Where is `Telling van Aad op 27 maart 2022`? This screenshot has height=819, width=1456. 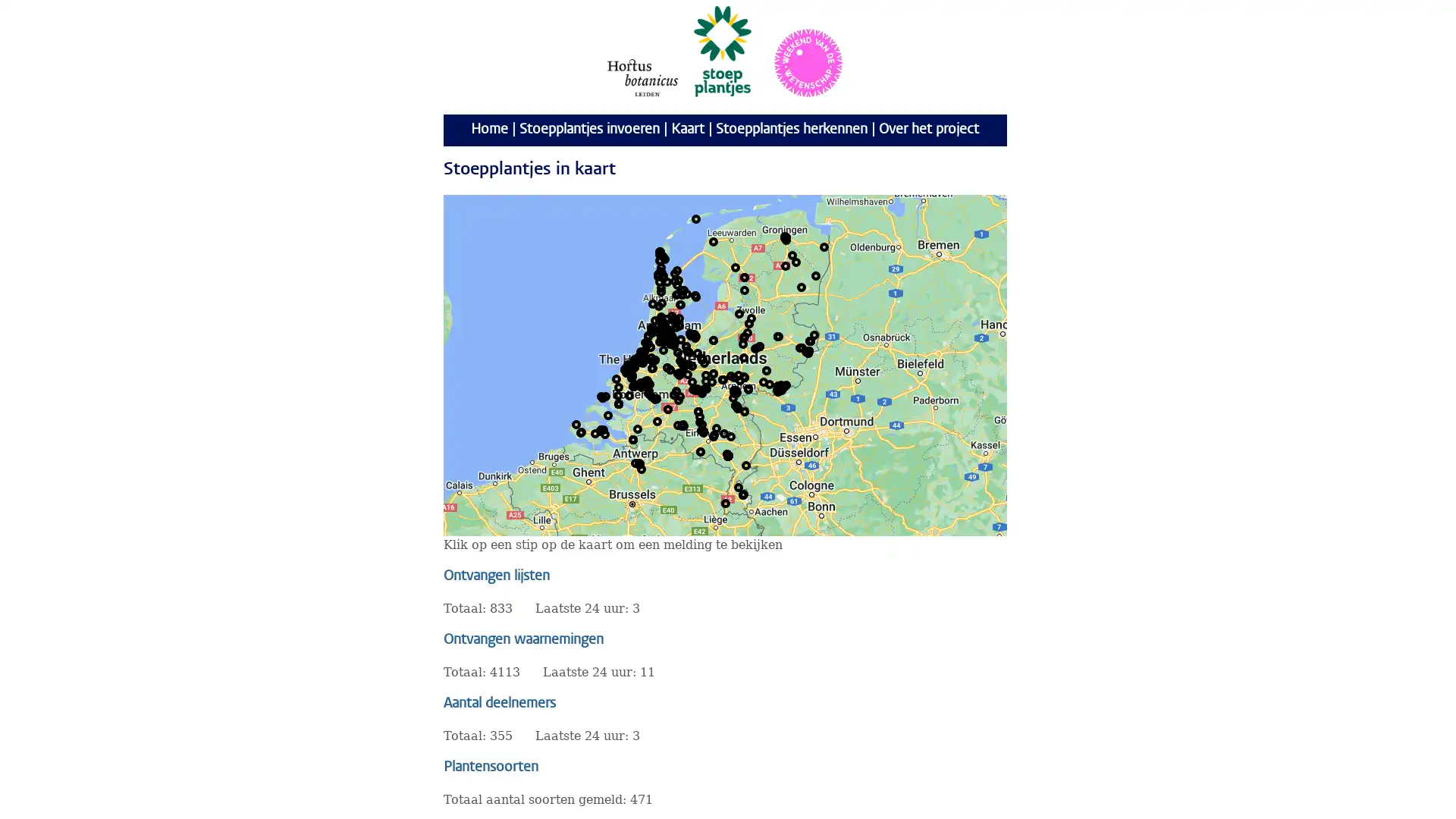 Telling van Aad op 27 maart 2022 is located at coordinates (633, 385).